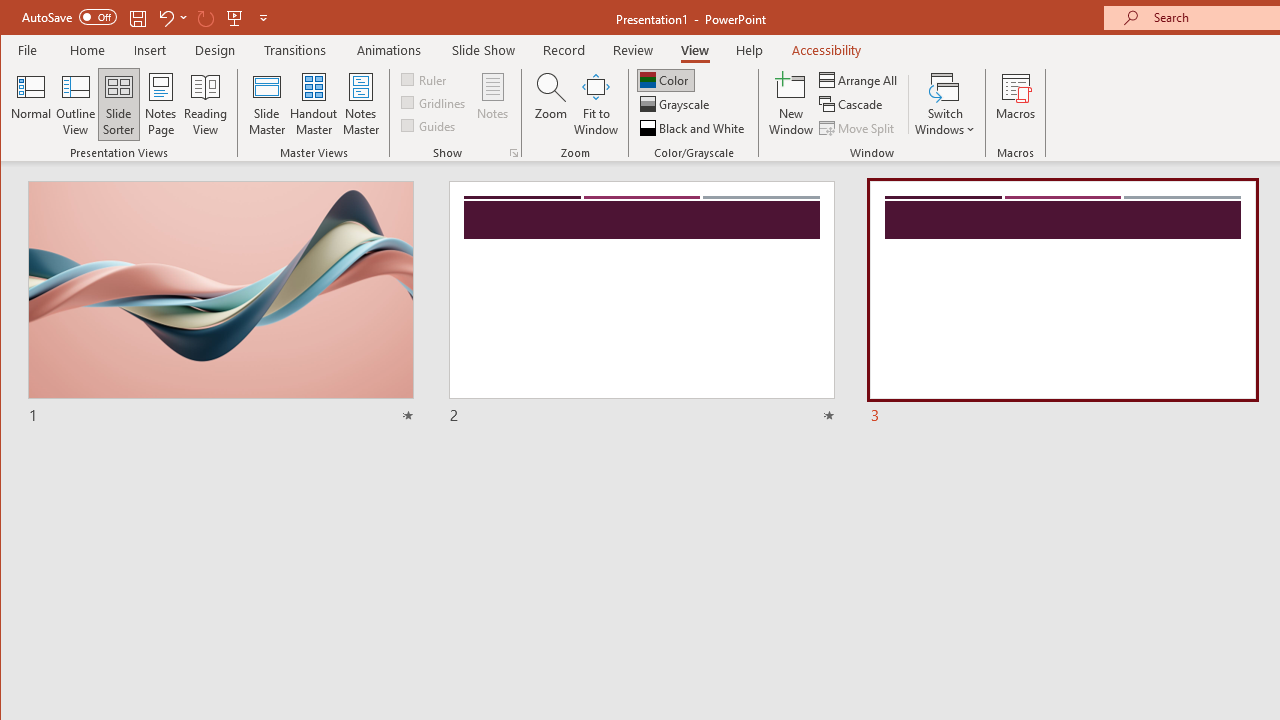 The image size is (1280, 720). I want to click on 'Fit to Window', so click(595, 104).